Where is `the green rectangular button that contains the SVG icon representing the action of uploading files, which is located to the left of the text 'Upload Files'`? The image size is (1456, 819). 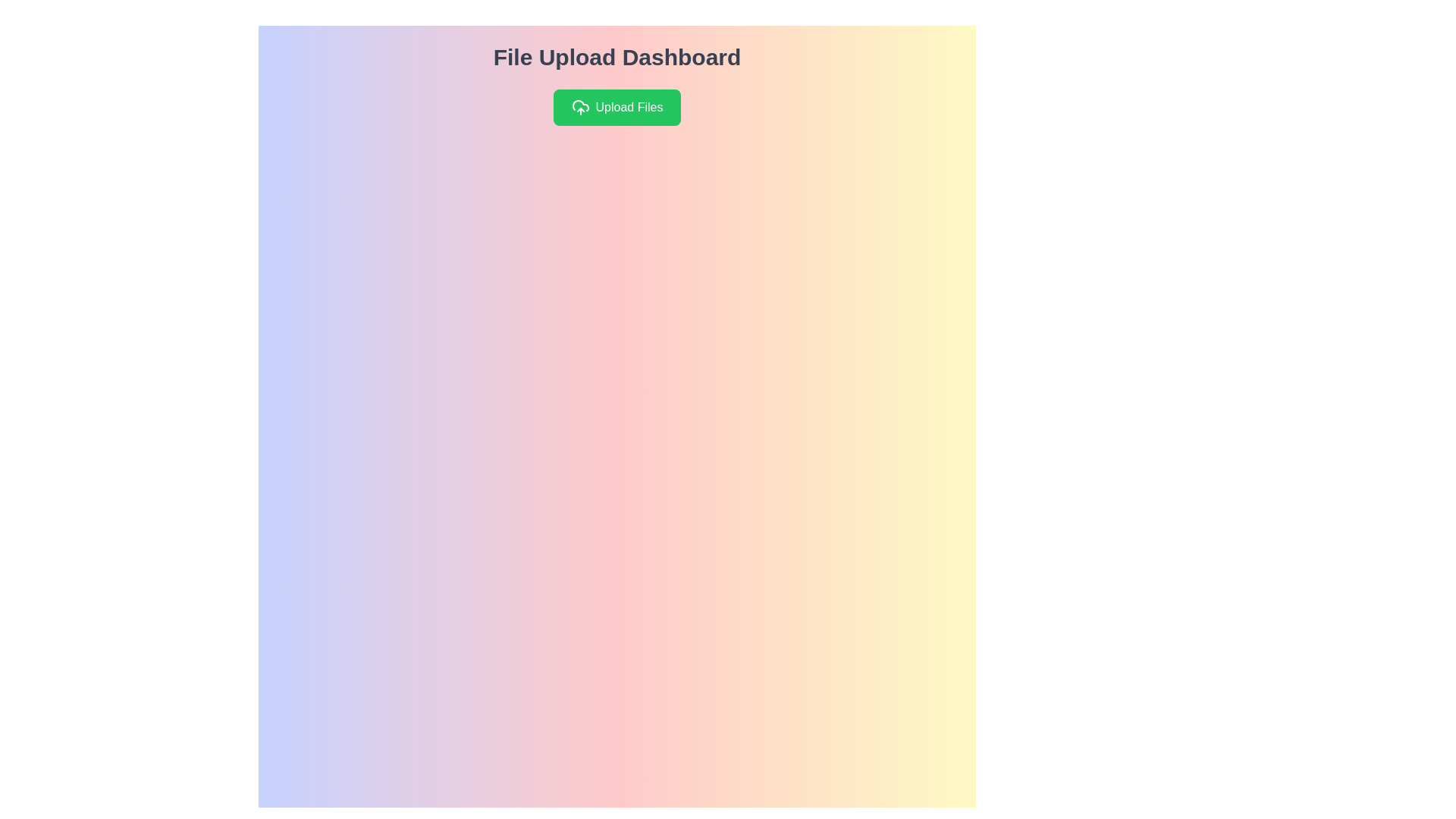 the green rectangular button that contains the SVG icon representing the action of uploading files, which is located to the left of the text 'Upload Files' is located at coordinates (579, 107).